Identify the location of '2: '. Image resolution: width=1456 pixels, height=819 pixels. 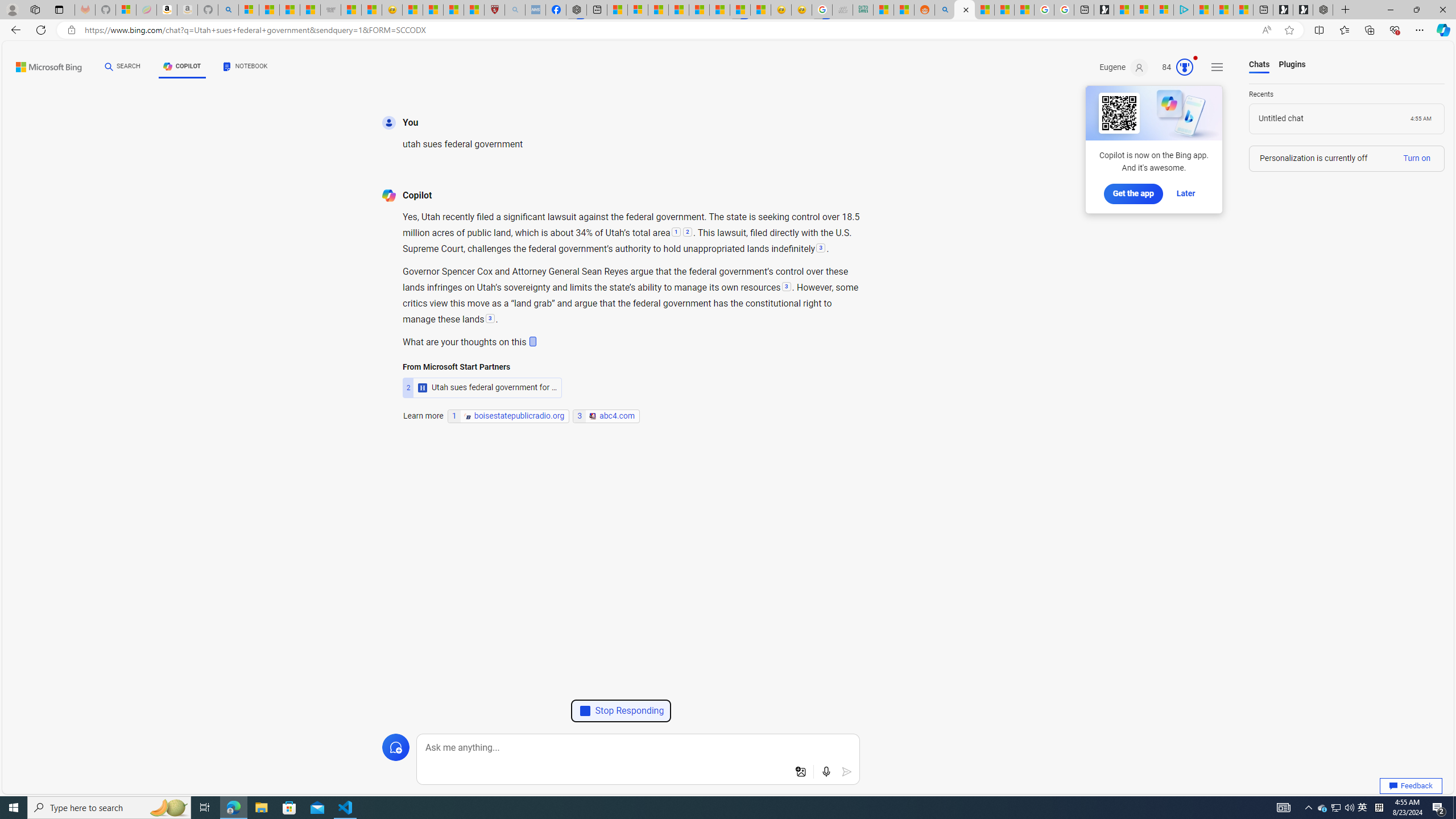
(686, 233).